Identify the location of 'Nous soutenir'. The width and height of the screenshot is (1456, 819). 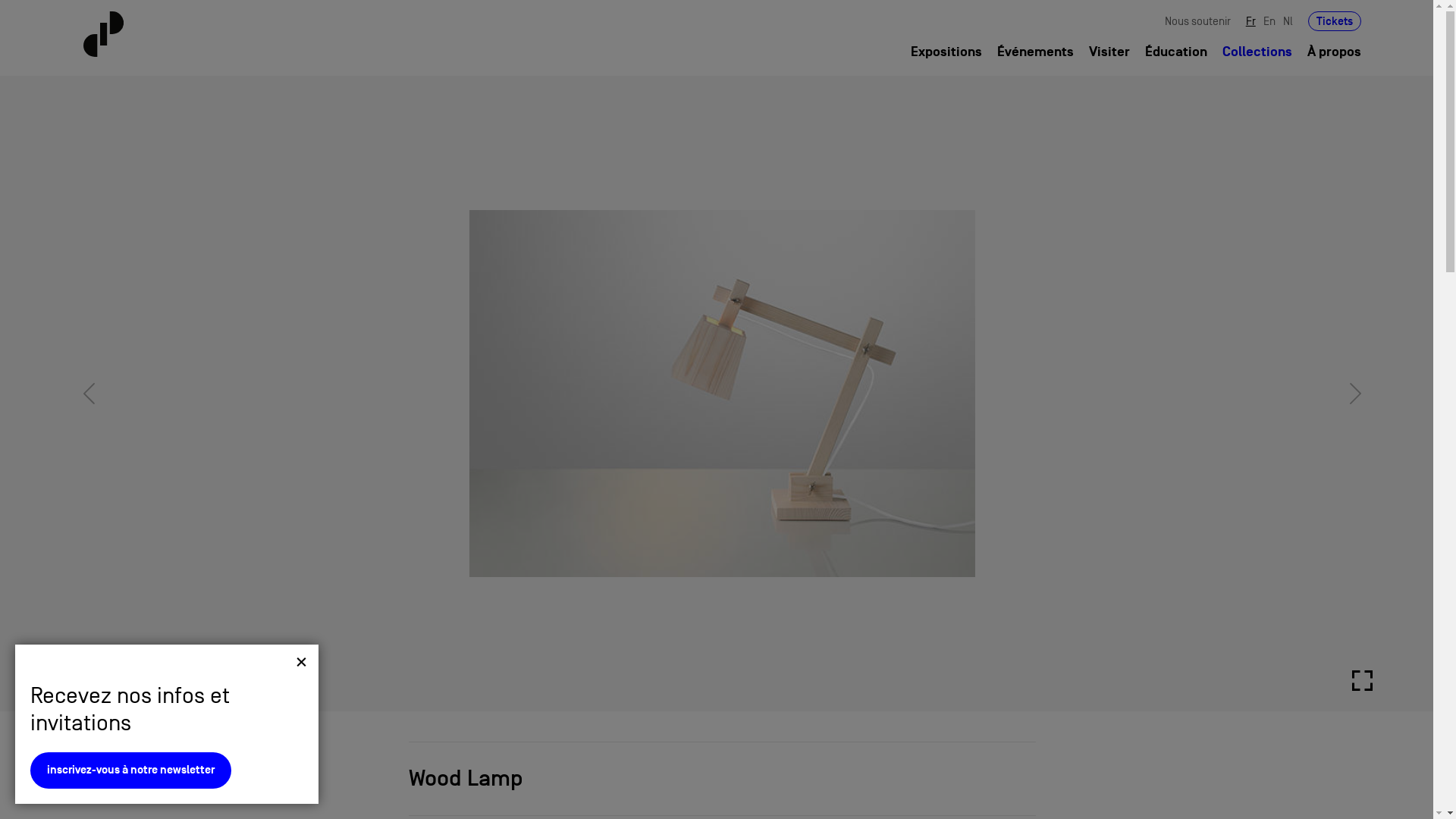
(1197, 20).